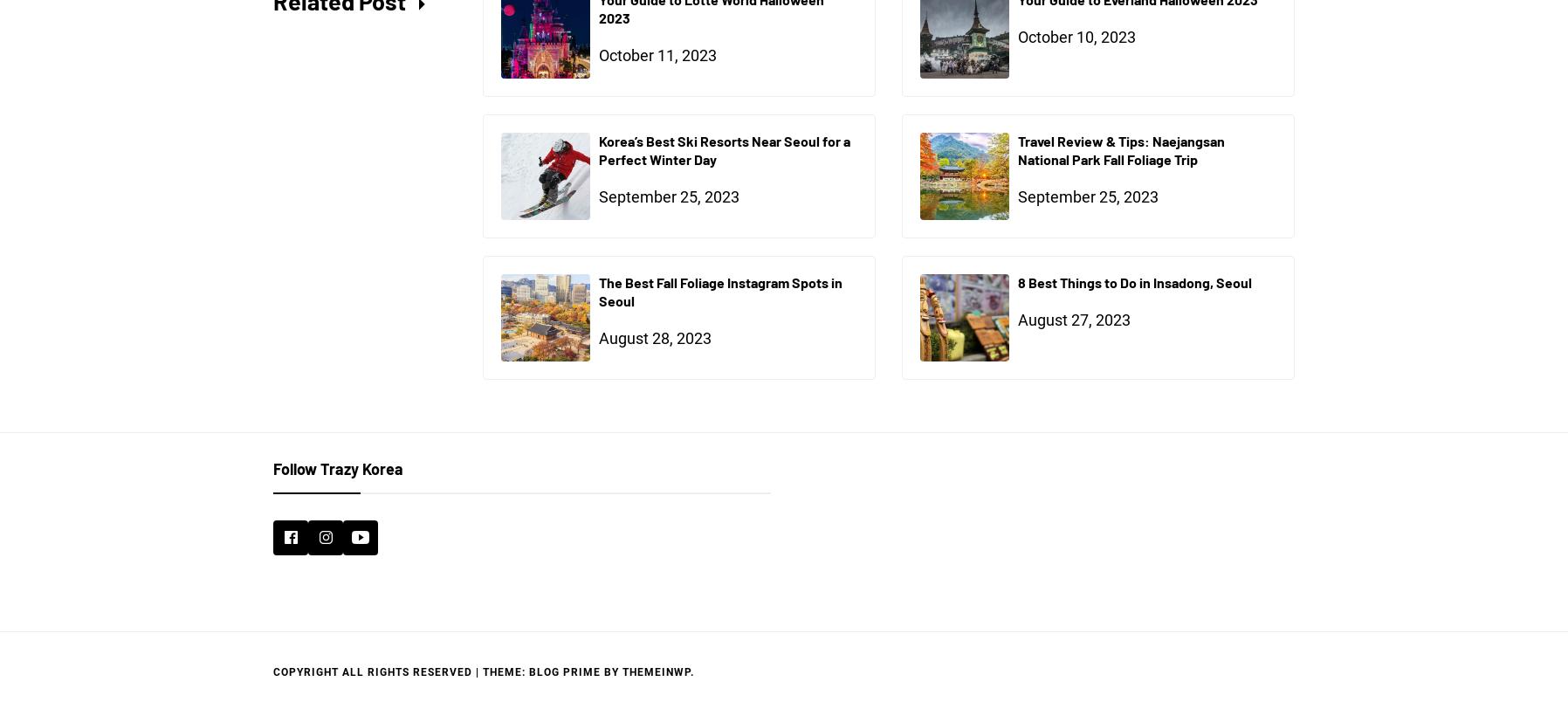  Describe the element at coordinates (1121, 149) in the screenshot. I see `'Travel Review & Tips: Naejangsan National Park Fall Foliage Trip'` at that location.